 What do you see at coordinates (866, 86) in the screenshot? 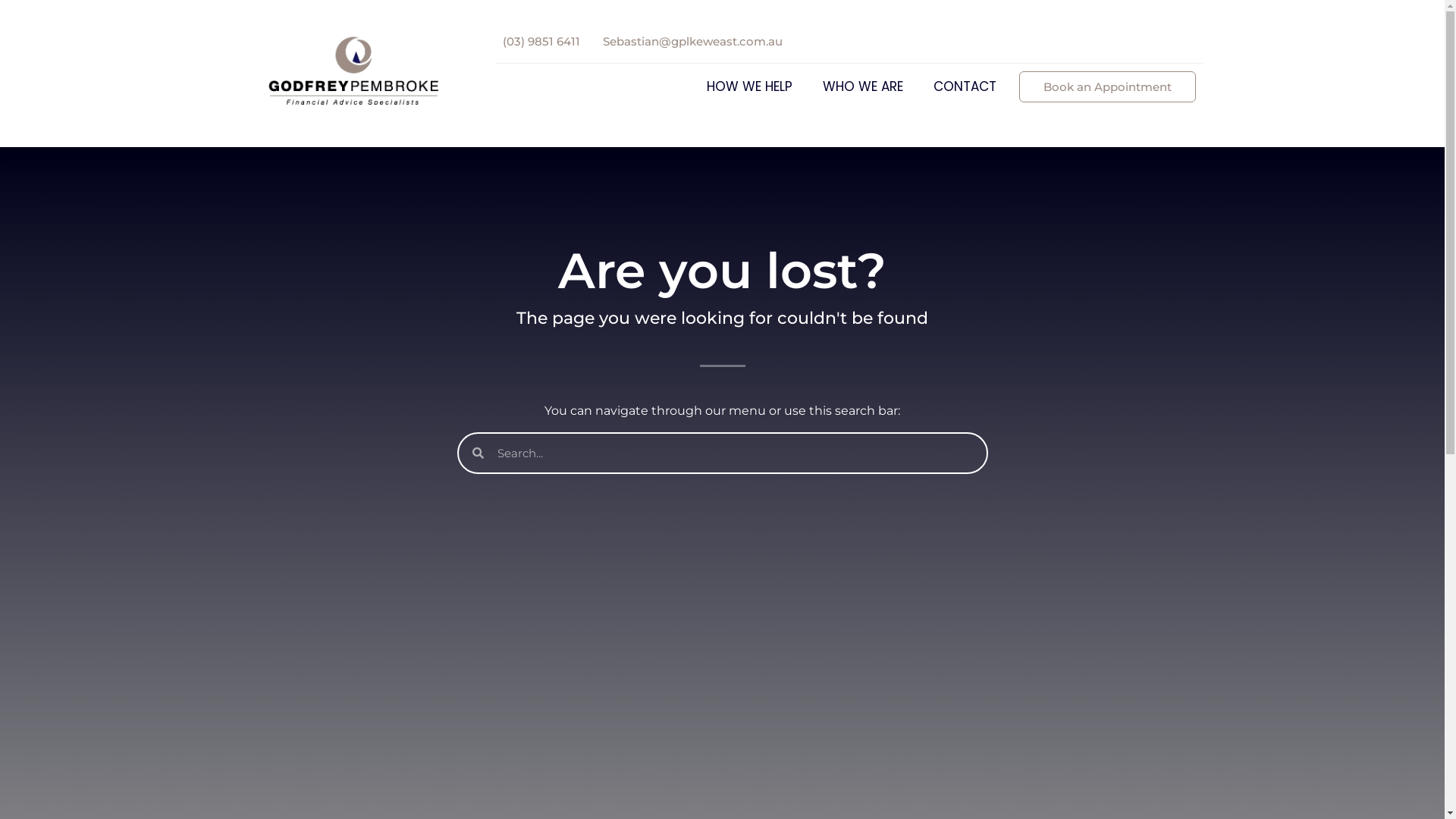
I see `'WHO WE ARE'` at bounding box center [866, 86].